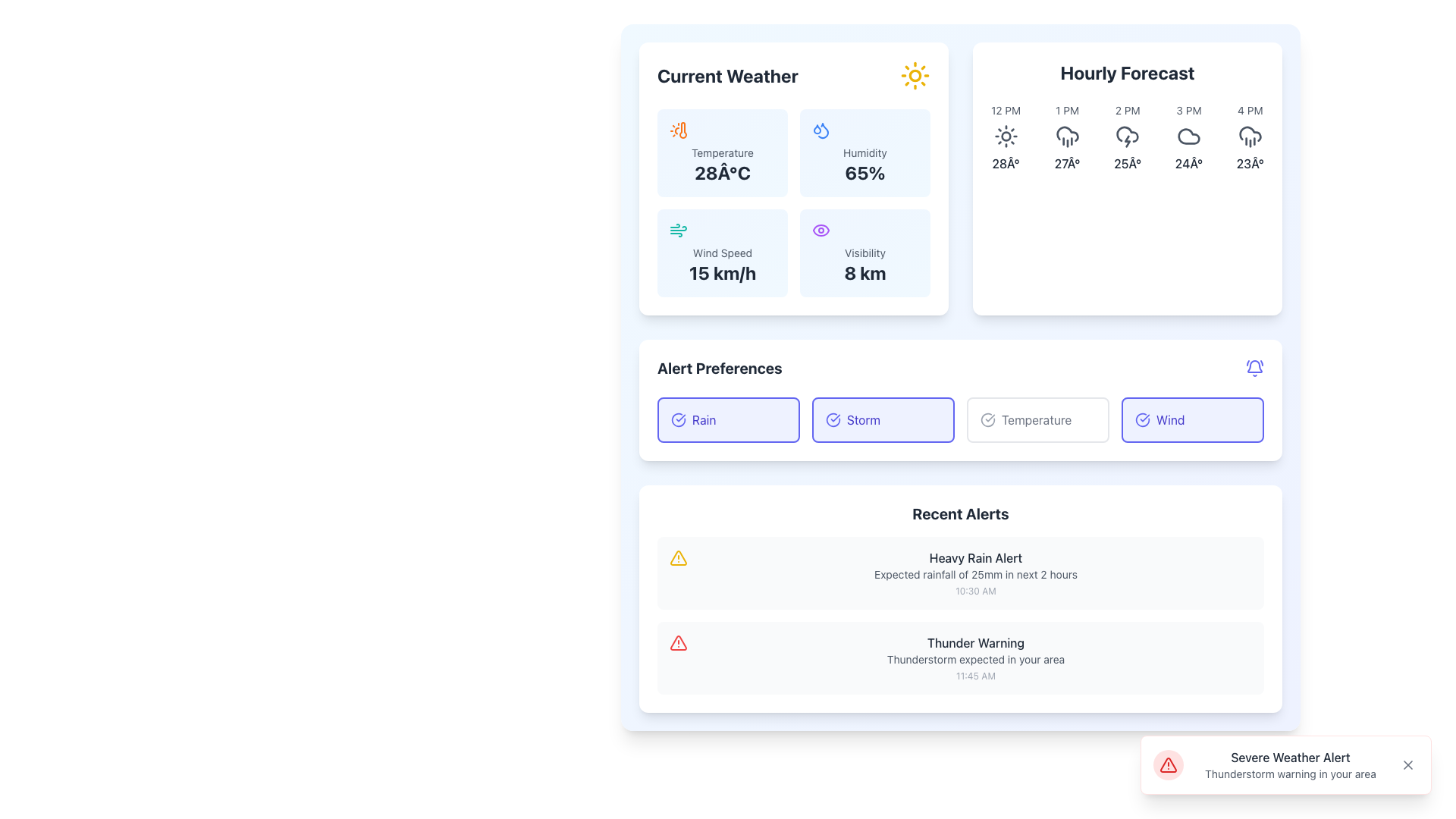 The height and width of the screenshot is (819, 1456). I want to click on the 'Temperature' alert preference toggle button, which is the third button in the 'Alert Preferences' section, located between the 'Storm' and 'Wind' buttons, so click(960, 420).